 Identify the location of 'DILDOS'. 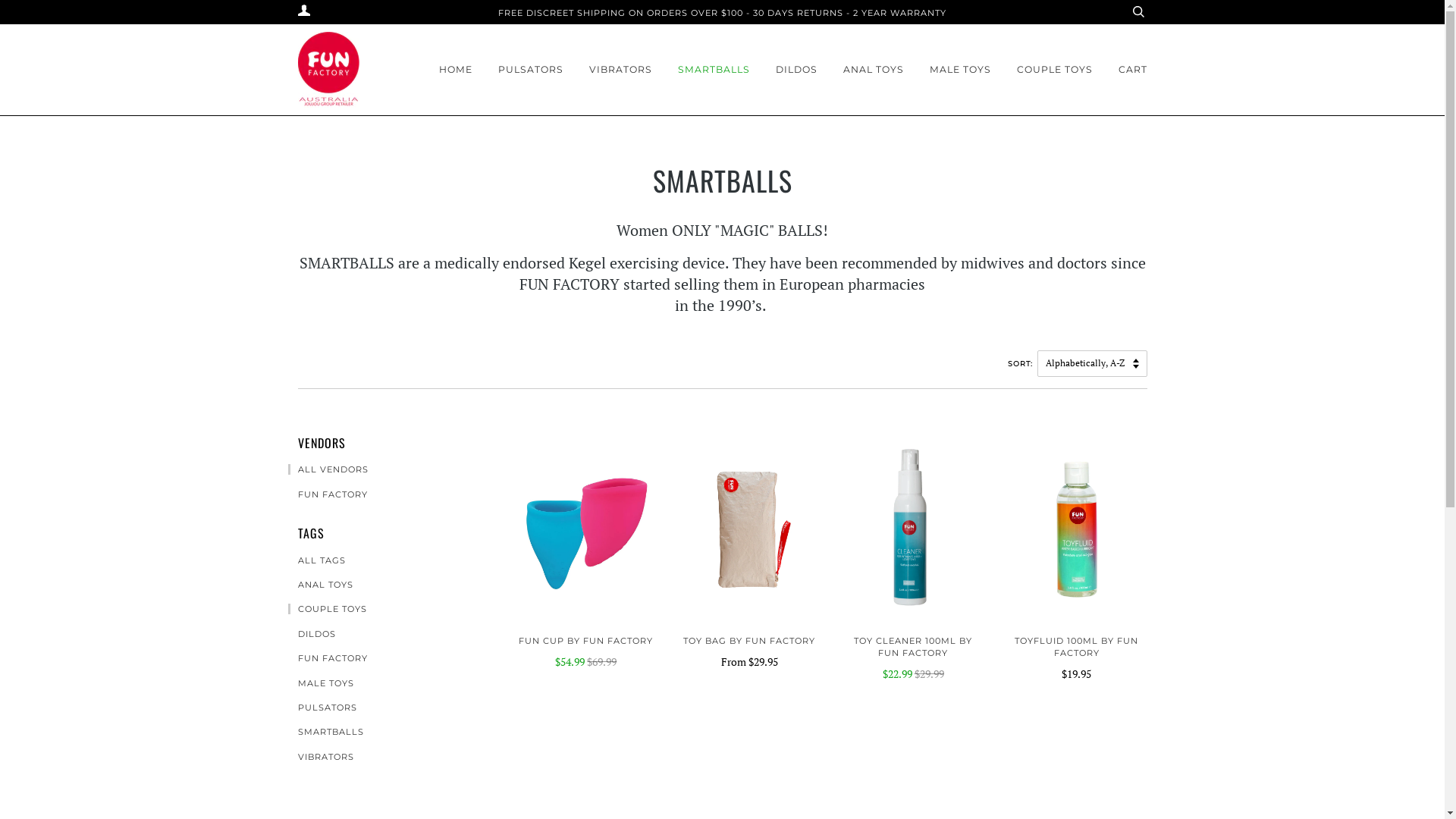
(795, 70).